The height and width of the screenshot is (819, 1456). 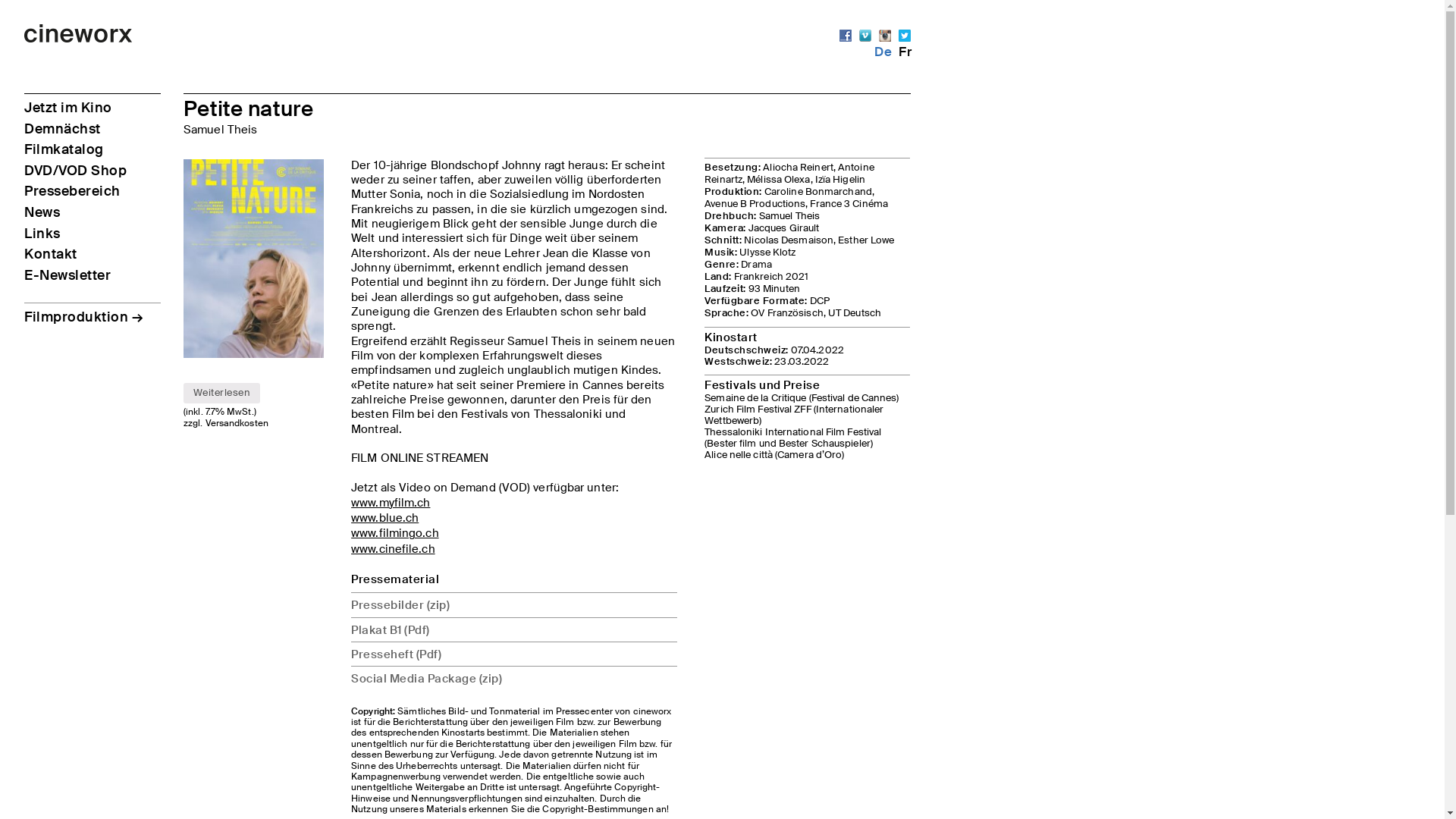 I want to click on 'Filmkatalog', so click(x=63, y=149).